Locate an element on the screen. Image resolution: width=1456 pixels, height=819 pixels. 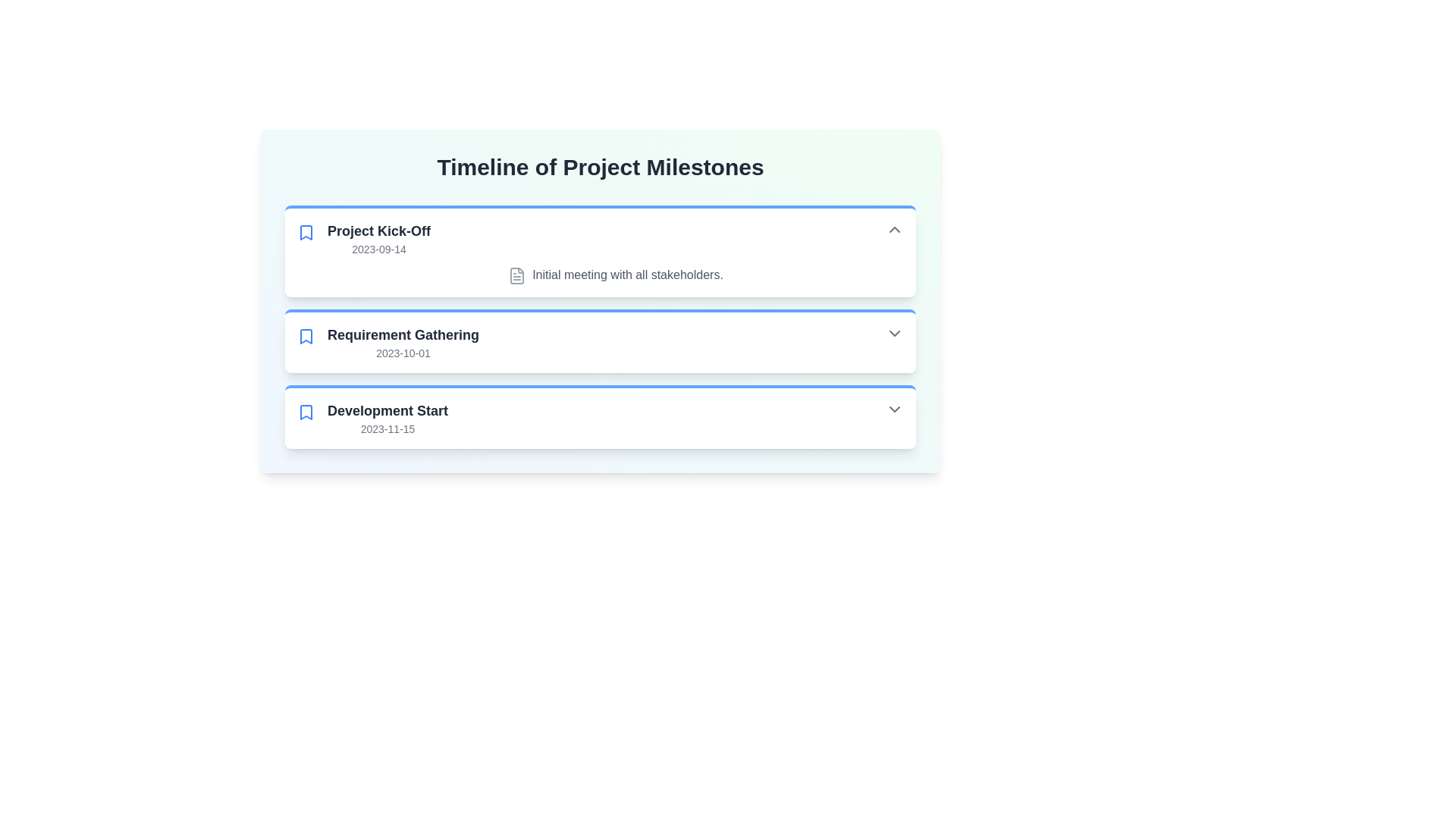
title, date, and description of the 'Project Kick-Off' milestone located in the topmost item of the vertical timeline of project milestones is located at coordinates (600, 251).